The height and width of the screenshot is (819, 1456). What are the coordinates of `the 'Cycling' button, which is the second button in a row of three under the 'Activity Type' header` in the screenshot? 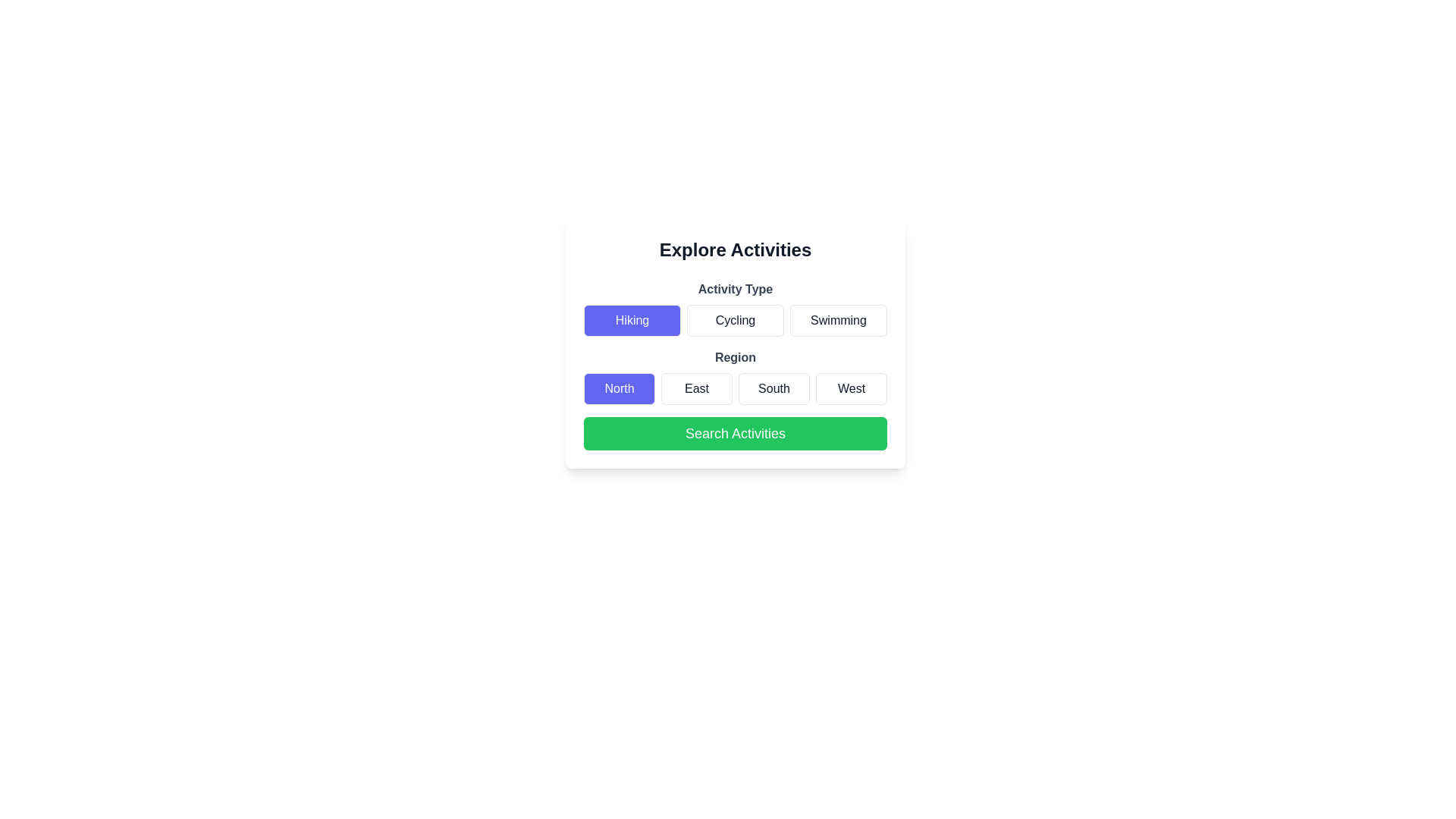 It's located at (735, 320).